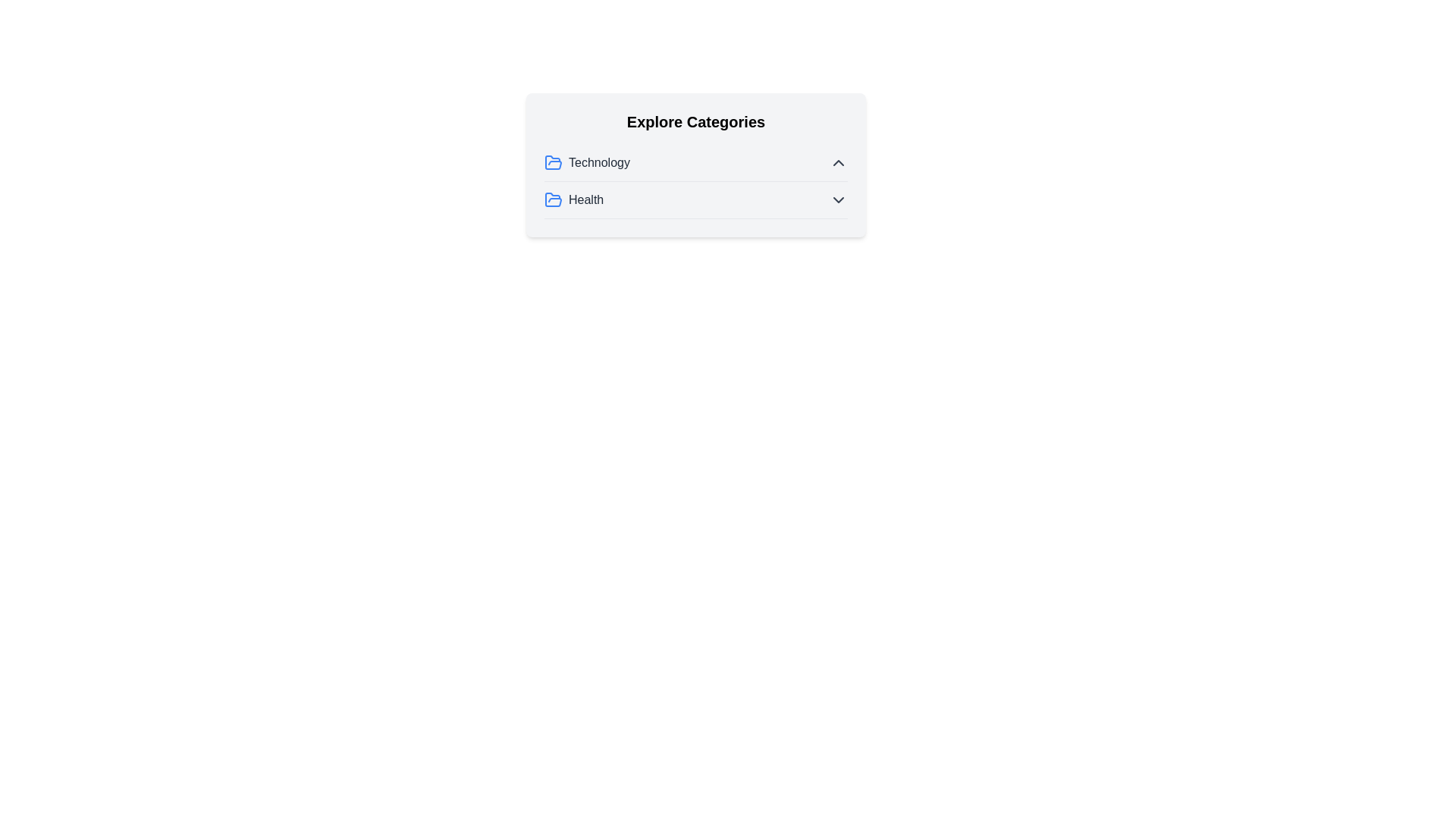  What do you see at coordinates (837, 163) in the screenshot?
I see `the chevron icon next to the 'Technology' category to toggle its expanded state` at bounding box center [837, 163].